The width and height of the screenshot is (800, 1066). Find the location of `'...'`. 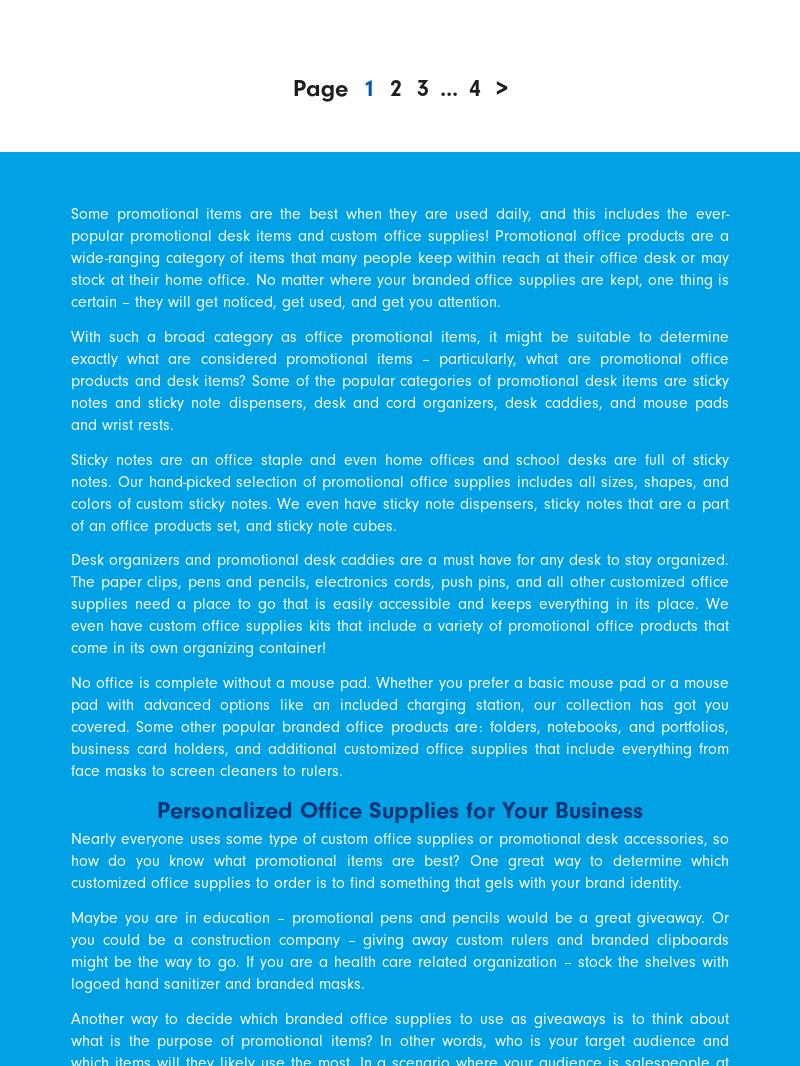

'...' is located at coordinates (432, 85).